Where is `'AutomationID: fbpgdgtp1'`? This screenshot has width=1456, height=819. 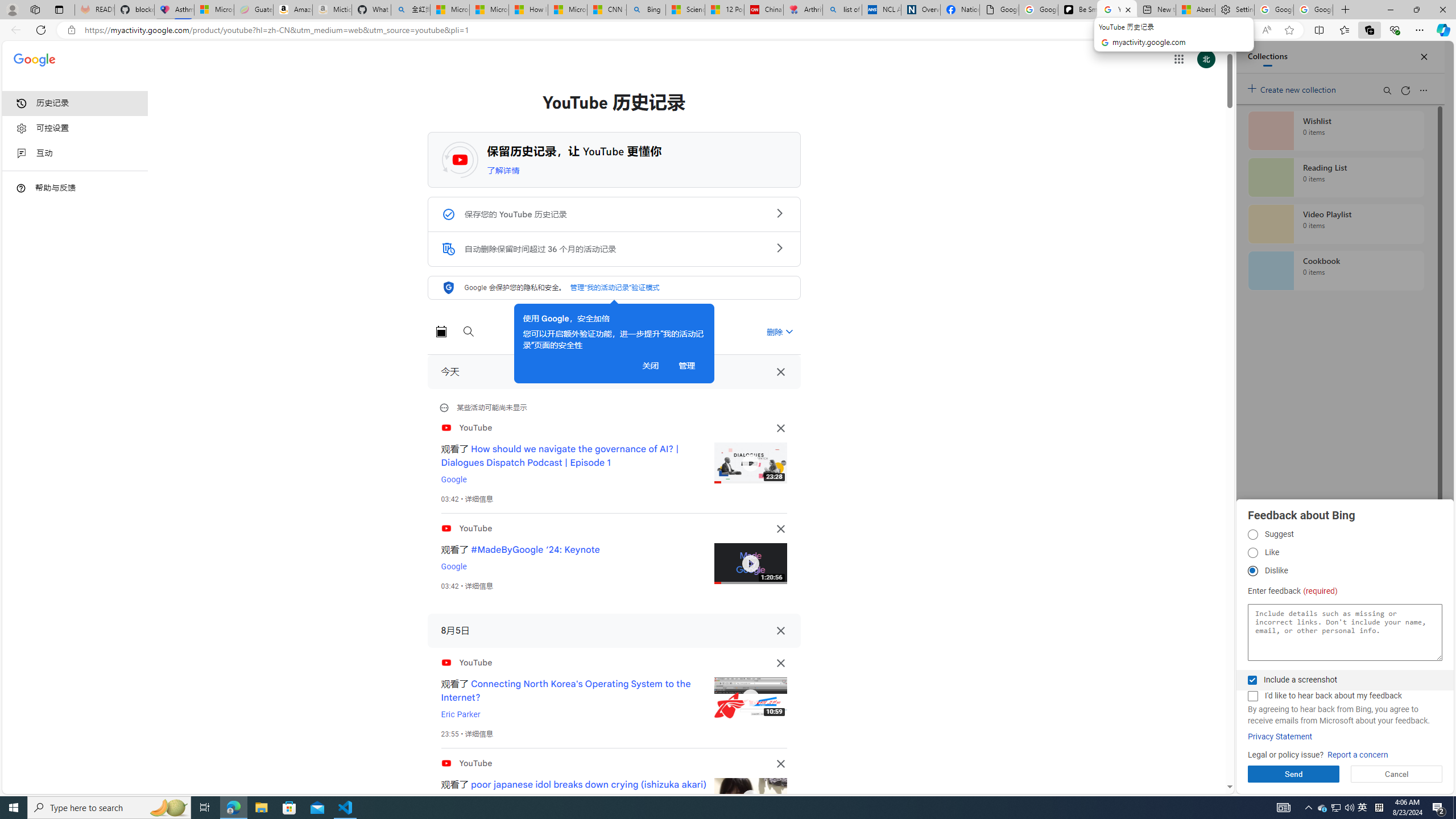 'AutomationID: fbpgdgtp1' is located at coordinates (1252, 534).